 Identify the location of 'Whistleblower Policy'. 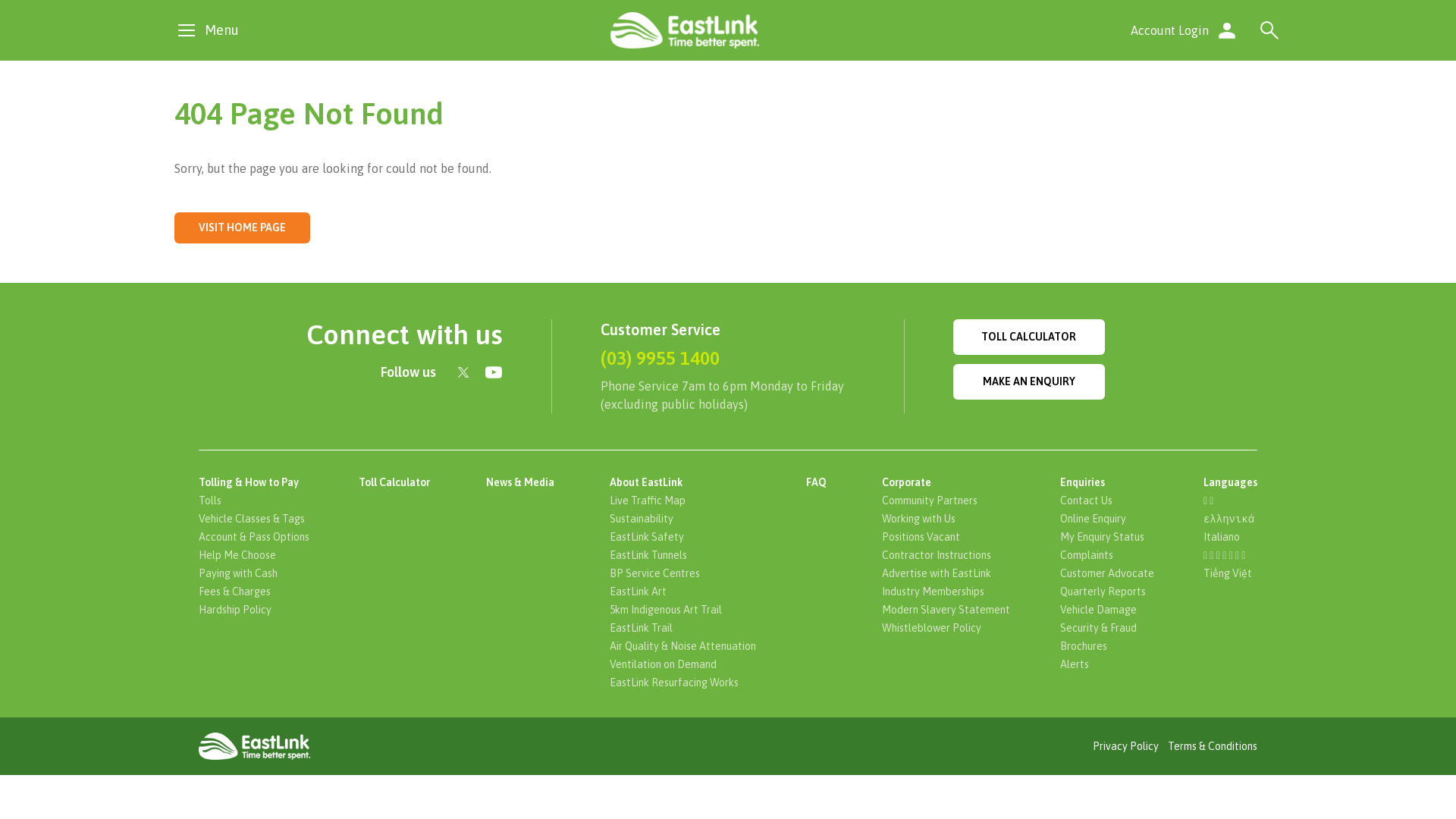
(881, 628).